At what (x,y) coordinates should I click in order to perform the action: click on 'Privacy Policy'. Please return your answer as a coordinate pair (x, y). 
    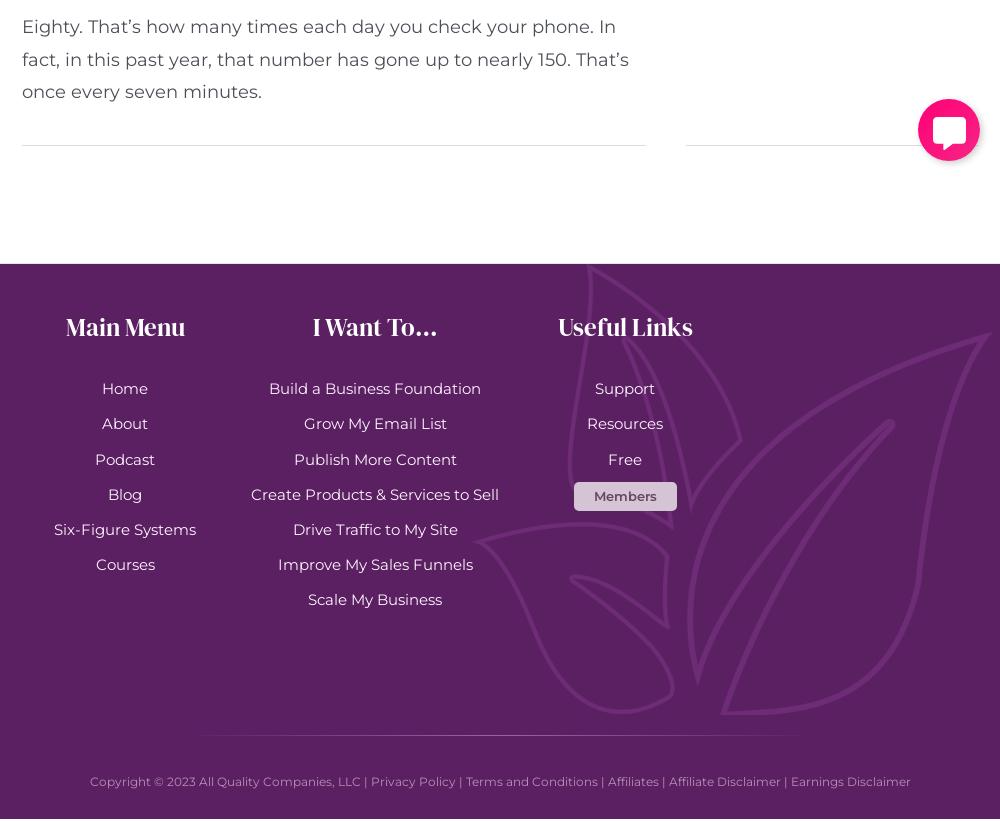
    Looking at the image, I should click on (369, 781).